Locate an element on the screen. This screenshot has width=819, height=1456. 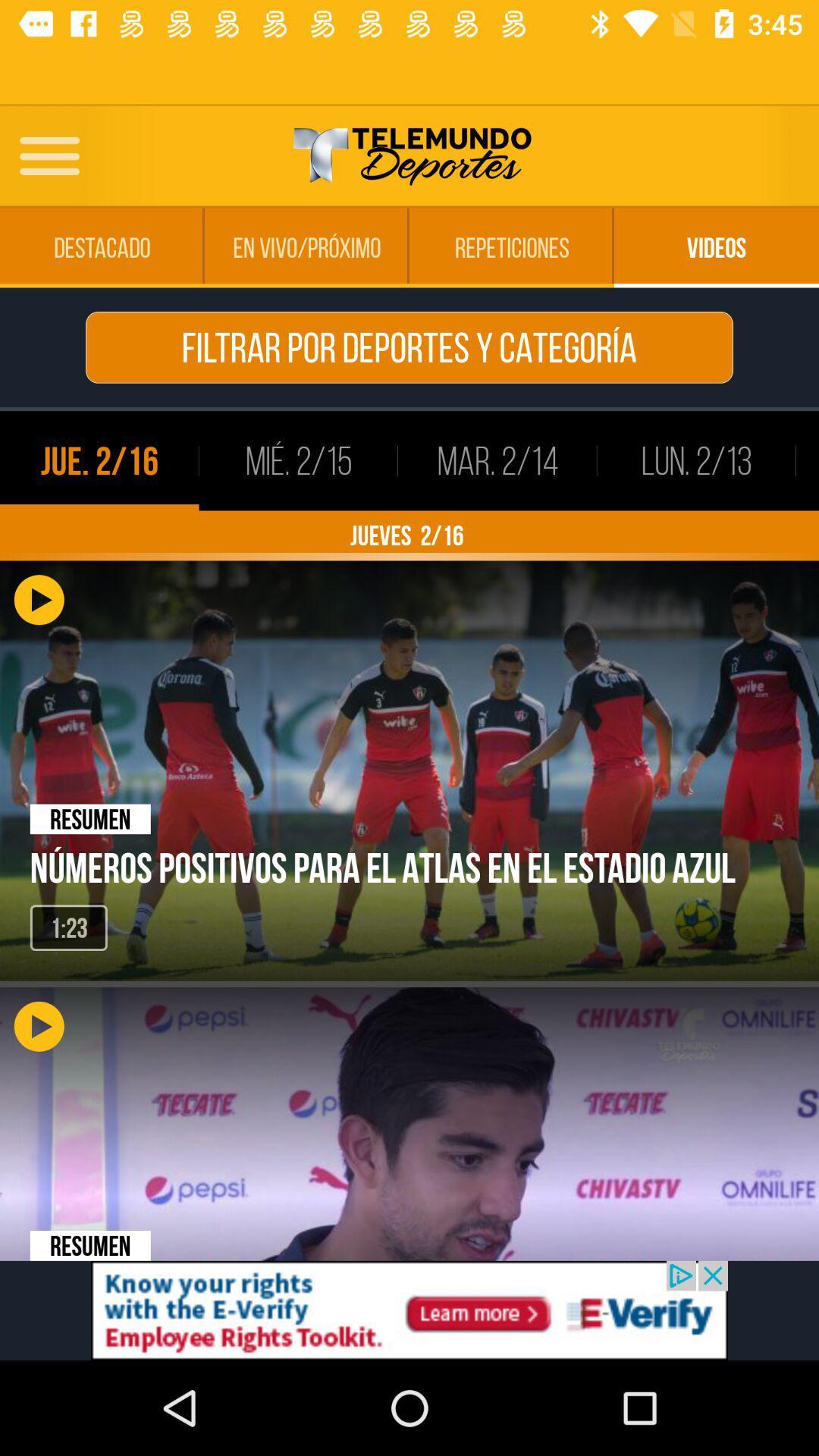
the fourth option from the first row is located at coordinates (717, 248).